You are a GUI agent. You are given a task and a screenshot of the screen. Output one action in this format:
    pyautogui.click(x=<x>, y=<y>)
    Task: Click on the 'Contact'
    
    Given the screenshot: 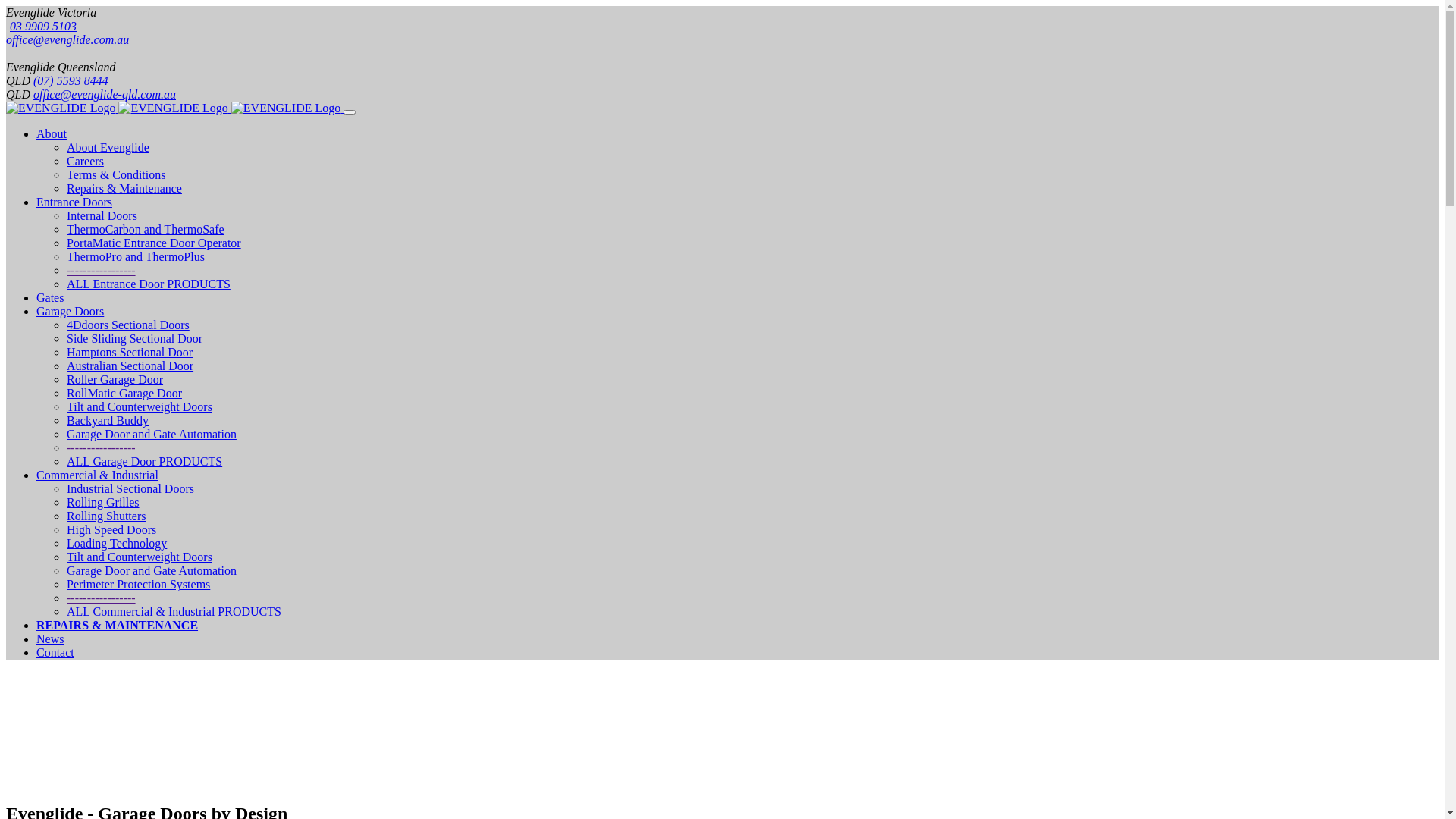 What is the action you would take?
    pyautogui.click(x=36, y=651)
    